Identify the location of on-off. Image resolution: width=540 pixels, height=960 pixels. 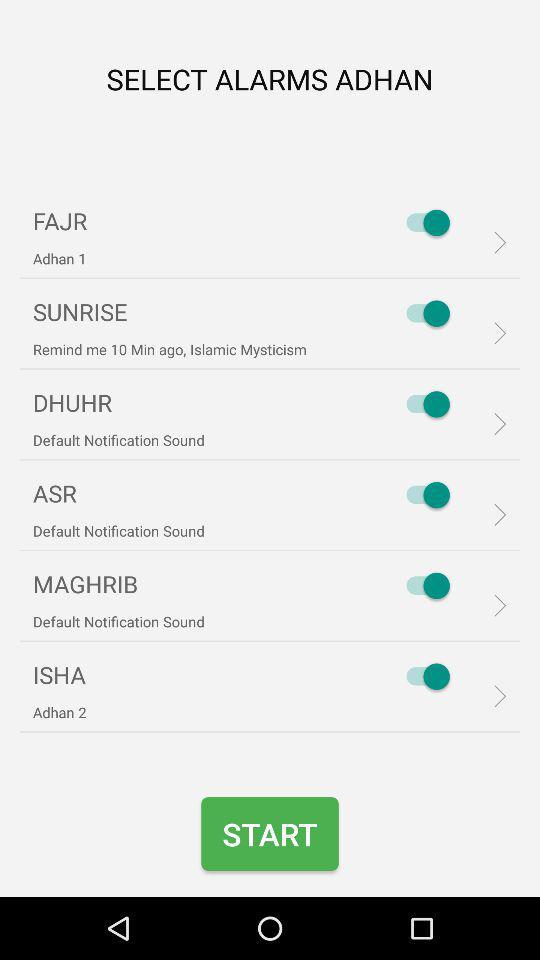
(422, 222).